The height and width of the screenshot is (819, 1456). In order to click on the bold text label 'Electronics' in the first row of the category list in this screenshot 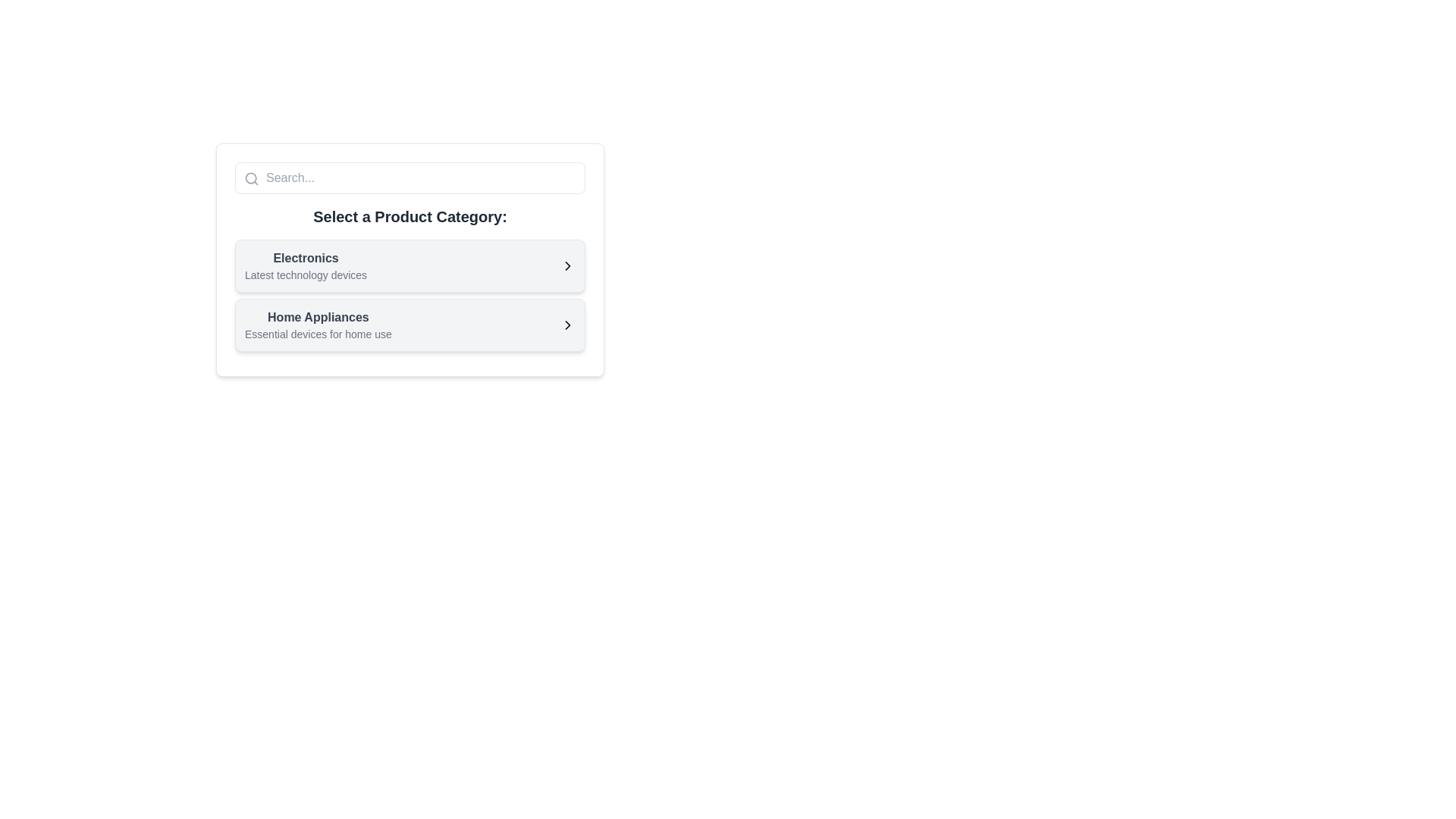, I will do `click(305, 265)`.